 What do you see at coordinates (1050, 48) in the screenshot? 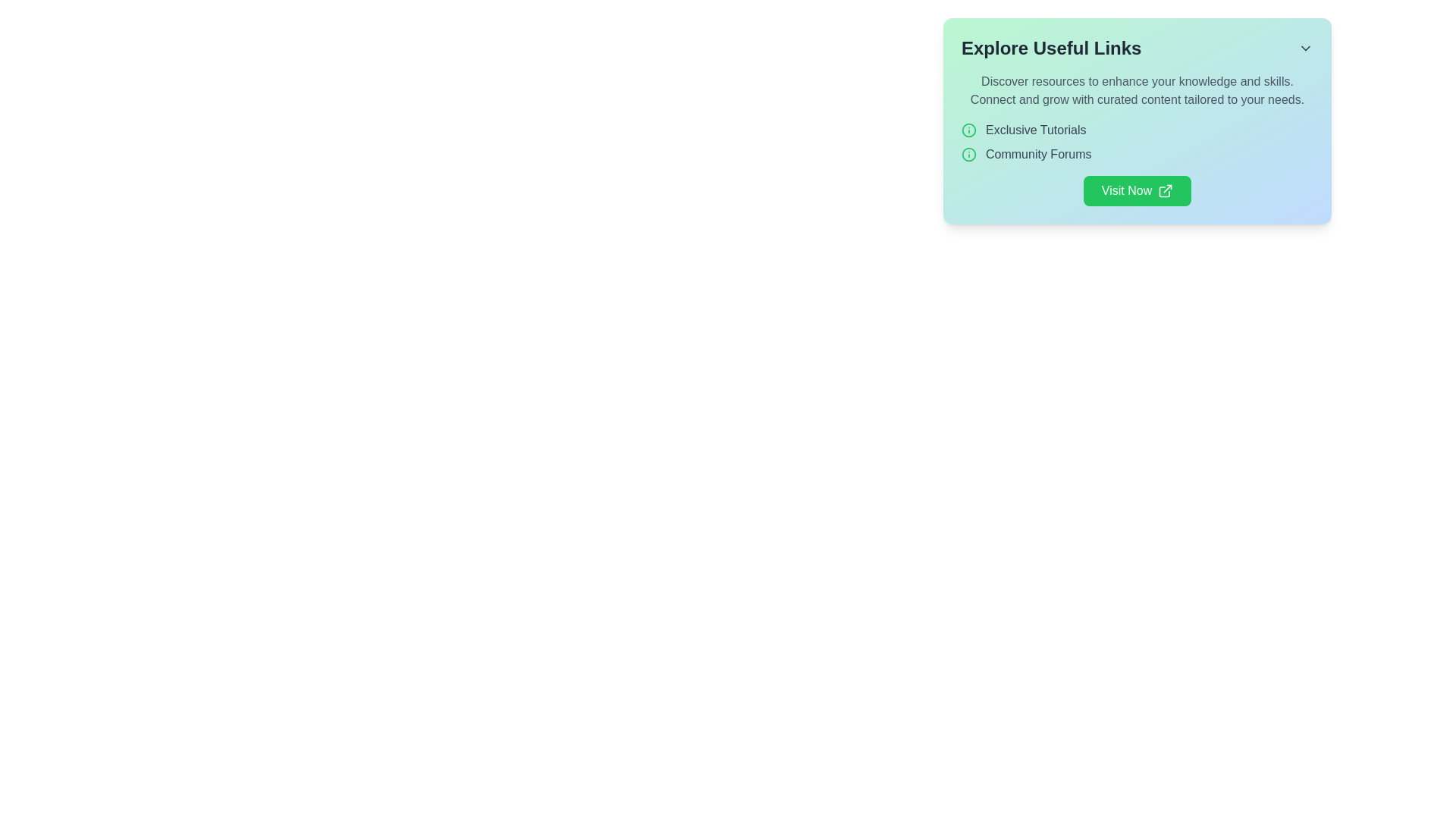
I see `the Text Label displaying 'Explore Useful Links', which is a bold header positioned at the top-left corner of its card interface` at bounding box center [1050, 48].